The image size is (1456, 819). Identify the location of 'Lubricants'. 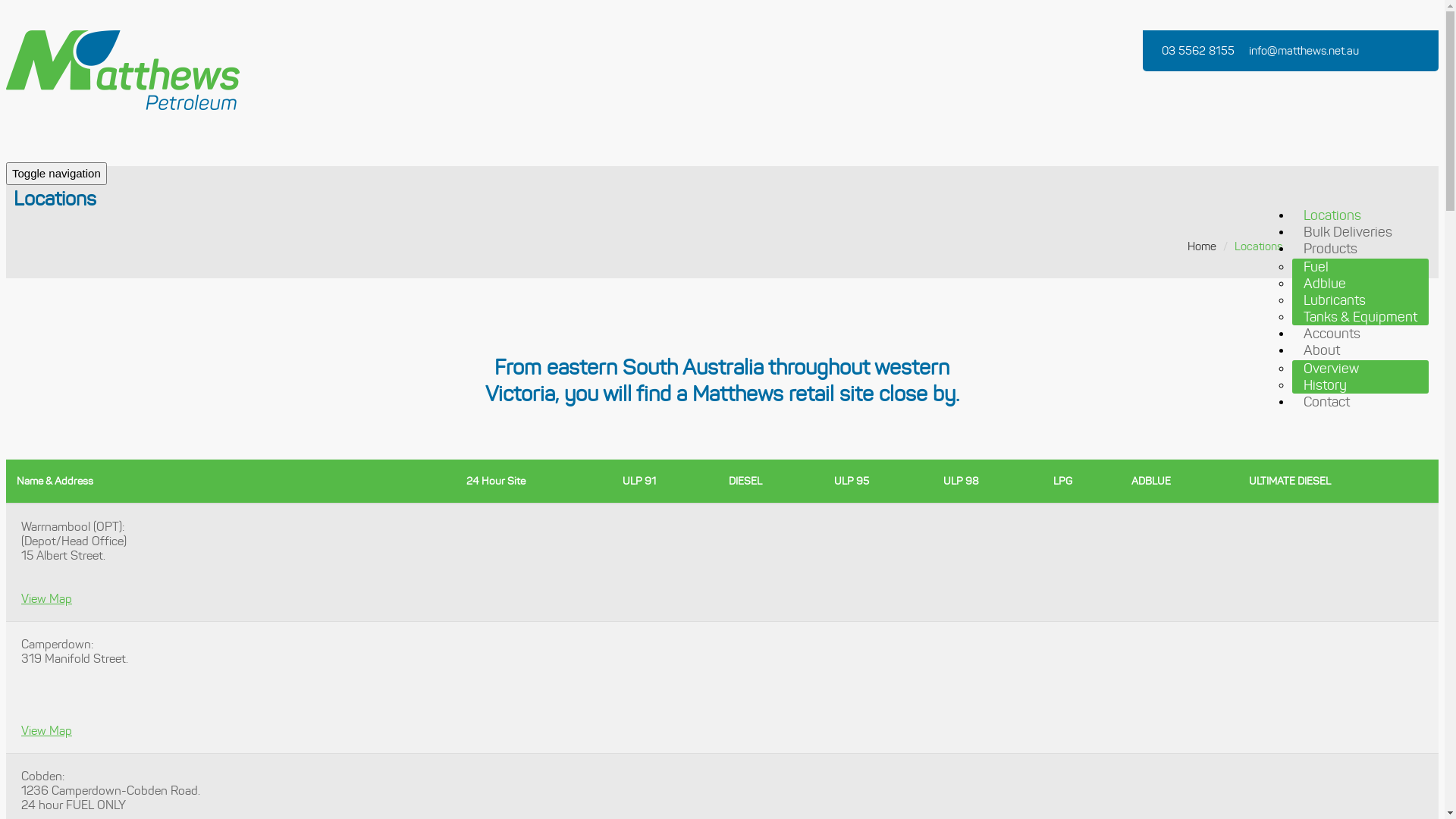
(1335, 300).